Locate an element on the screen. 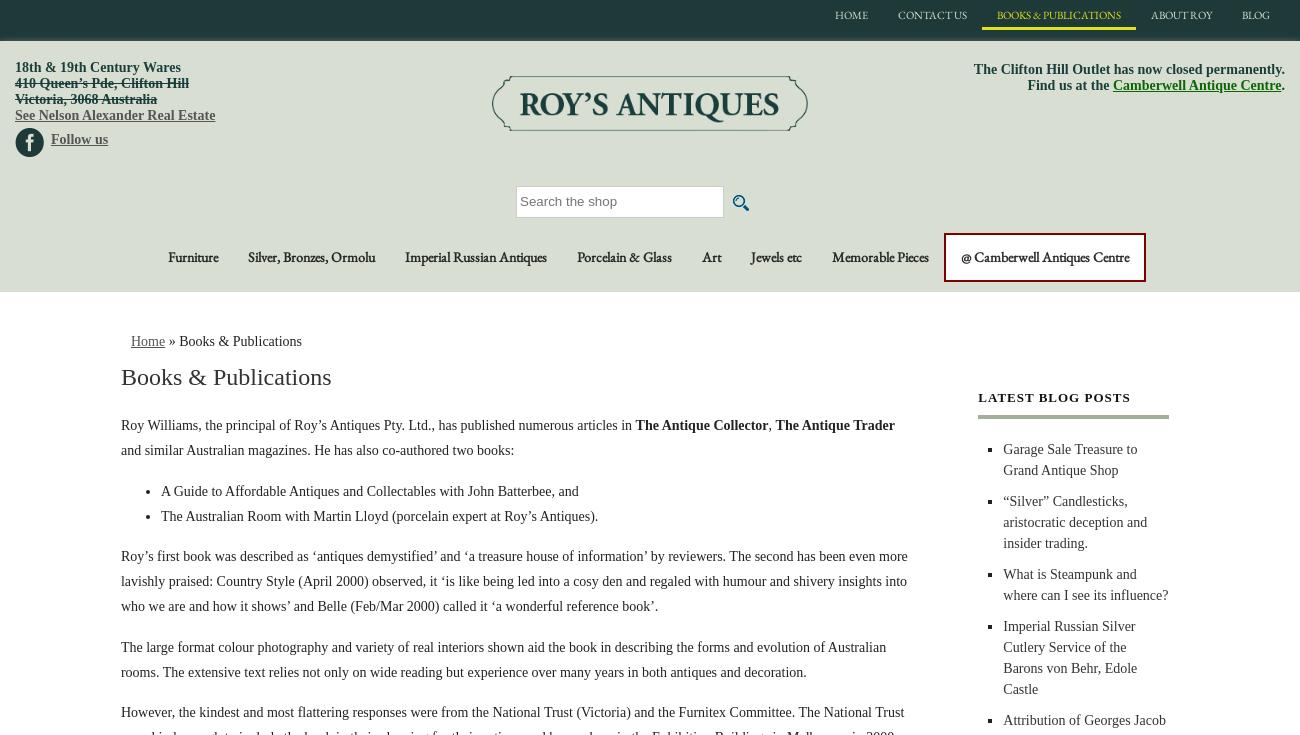 The height and width of the screenshot is (735, 1300). 'Art' is located at coordinates (711, 256).